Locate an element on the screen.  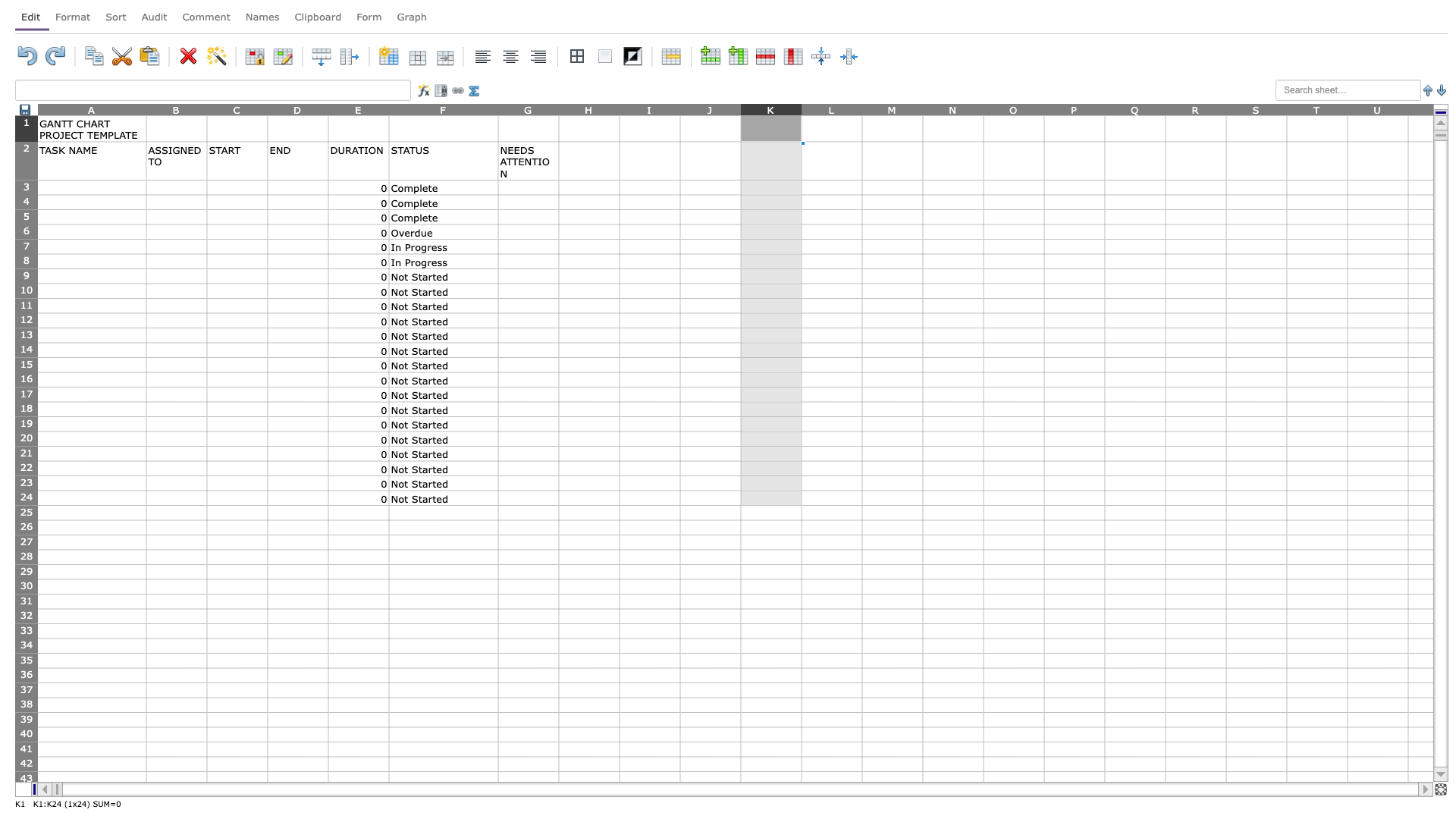
the right edge of column N to resize is located at coordinates (983, 108).